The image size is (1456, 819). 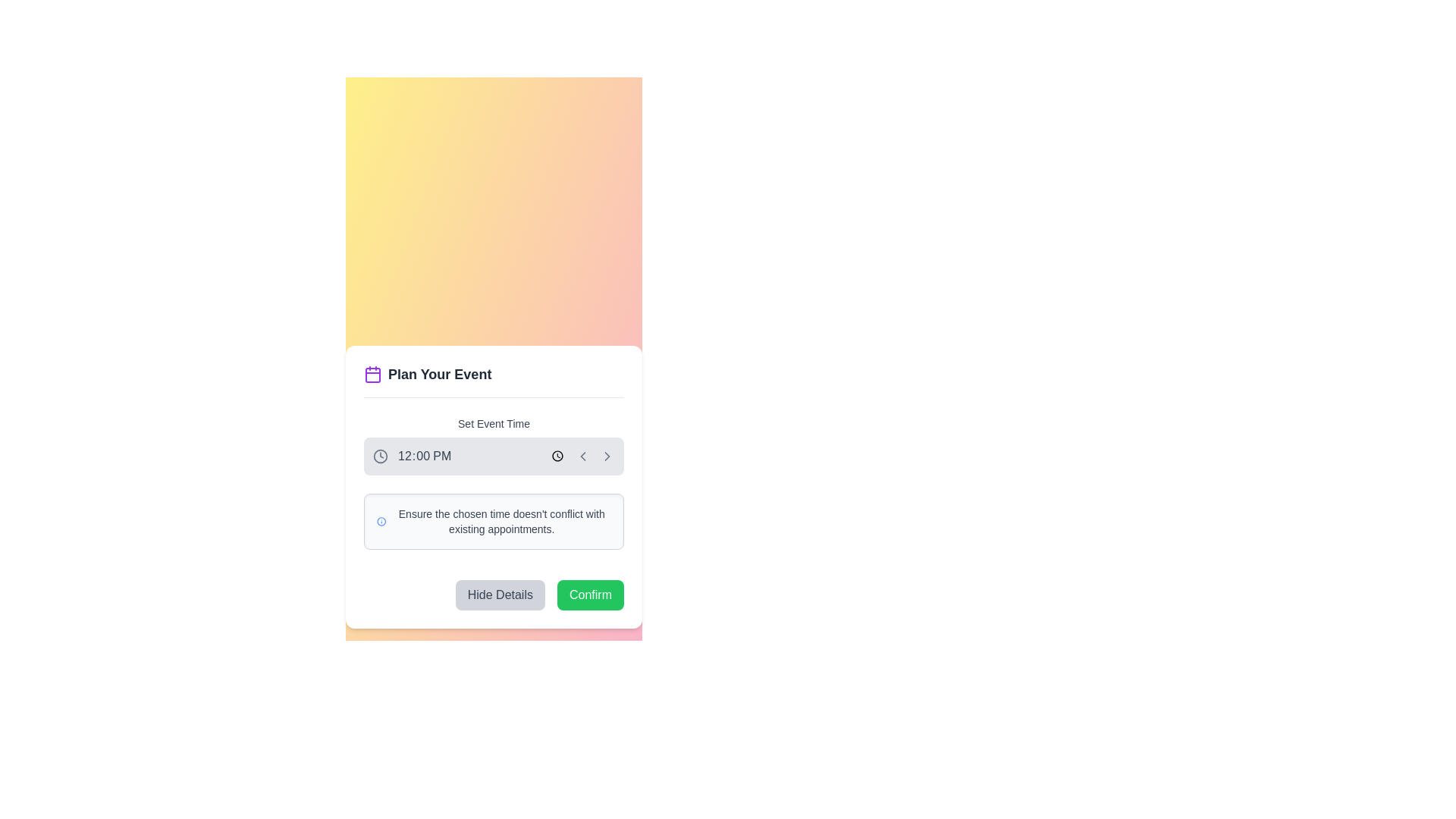 What do you see at coordinates (494, 423) in the screenshot?
I see `text label that describes the adjacent time input field, which is positioned above it in the card-like interface` at bounding box center [494, 423].